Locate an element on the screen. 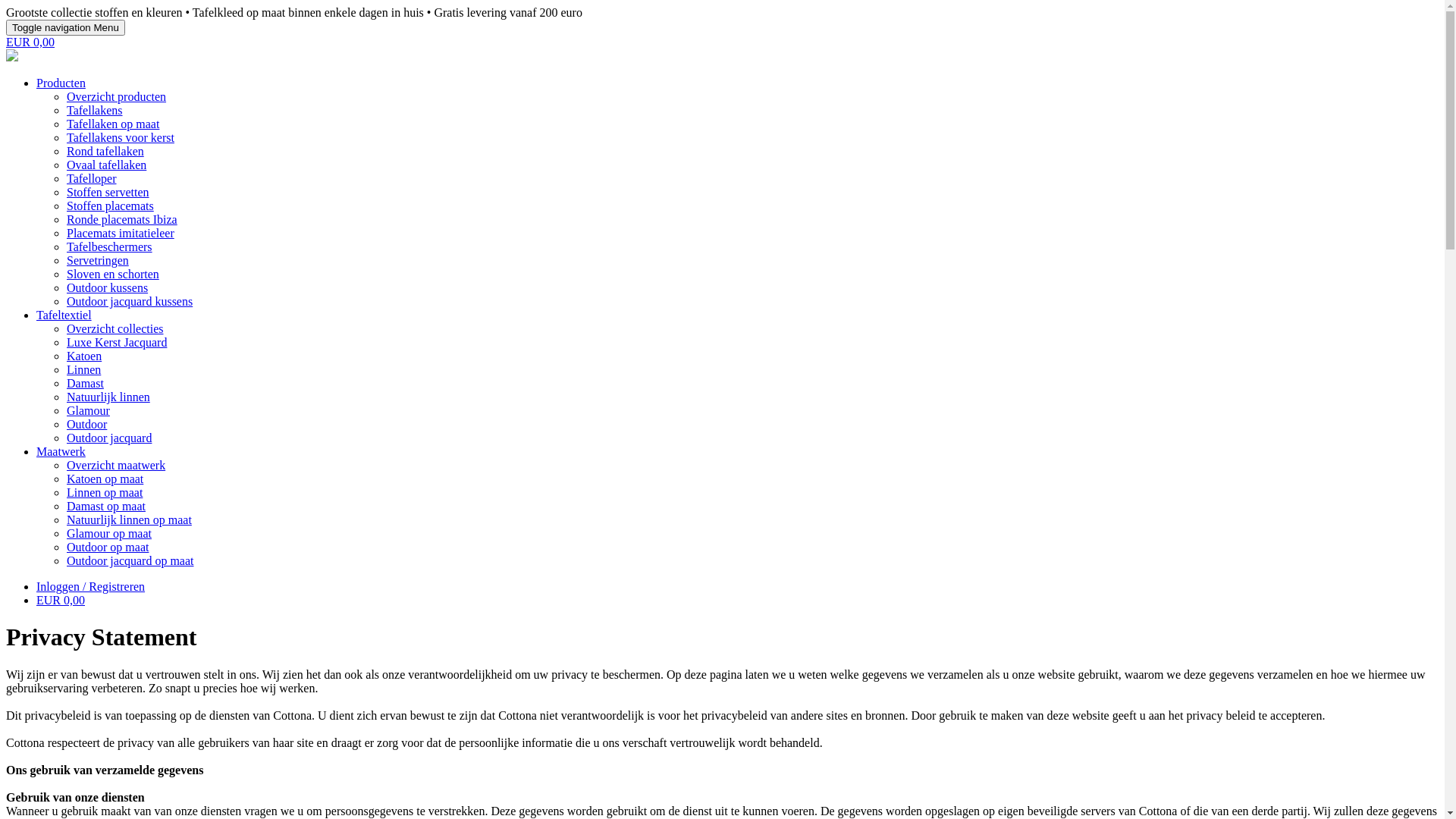 This screenshot has width=1456, height=819. 'Ronde placemats Ibiza' is located at coordinates (122, 219).